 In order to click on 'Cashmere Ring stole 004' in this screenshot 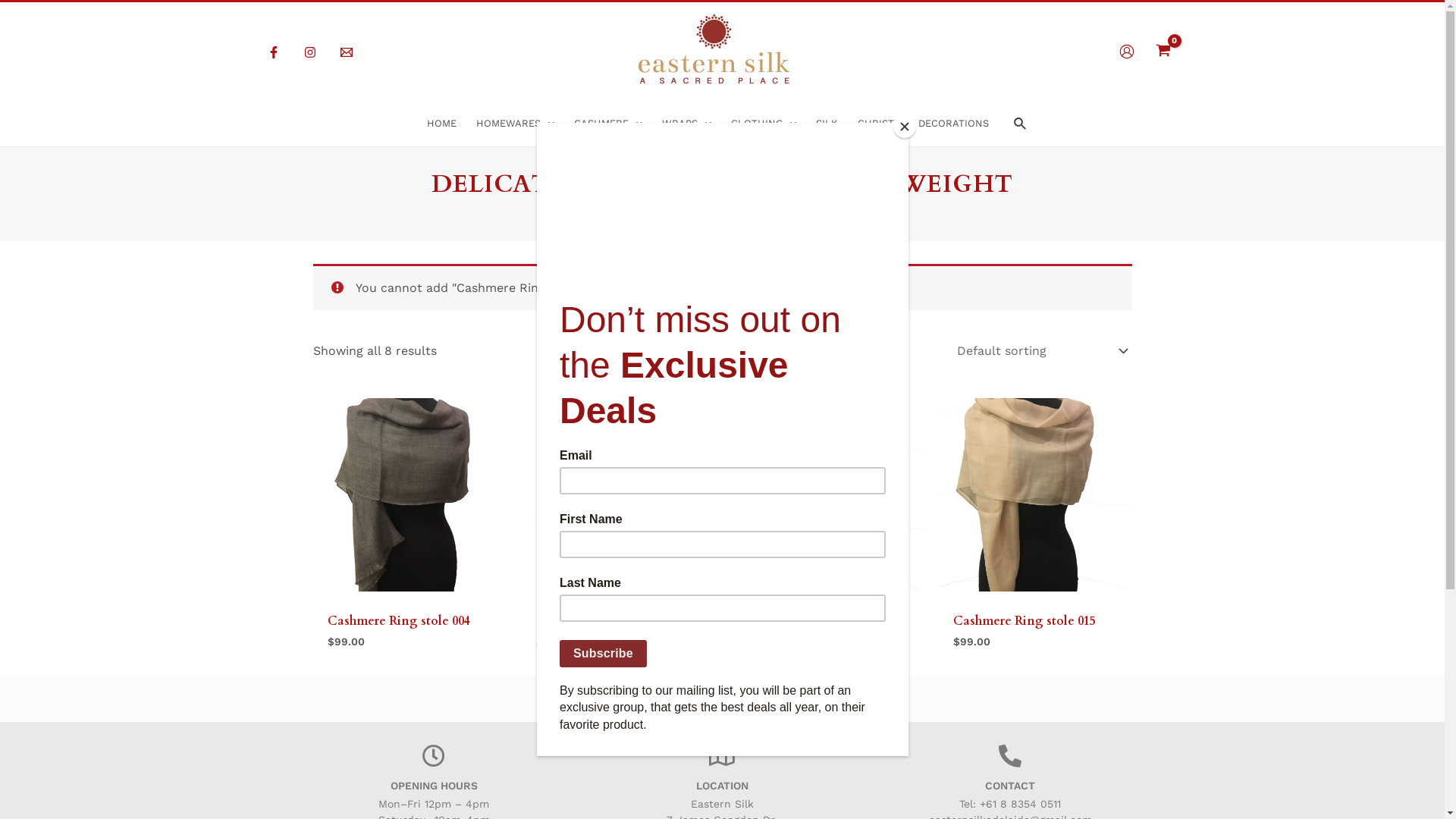, I will do `click(399, 624)`.